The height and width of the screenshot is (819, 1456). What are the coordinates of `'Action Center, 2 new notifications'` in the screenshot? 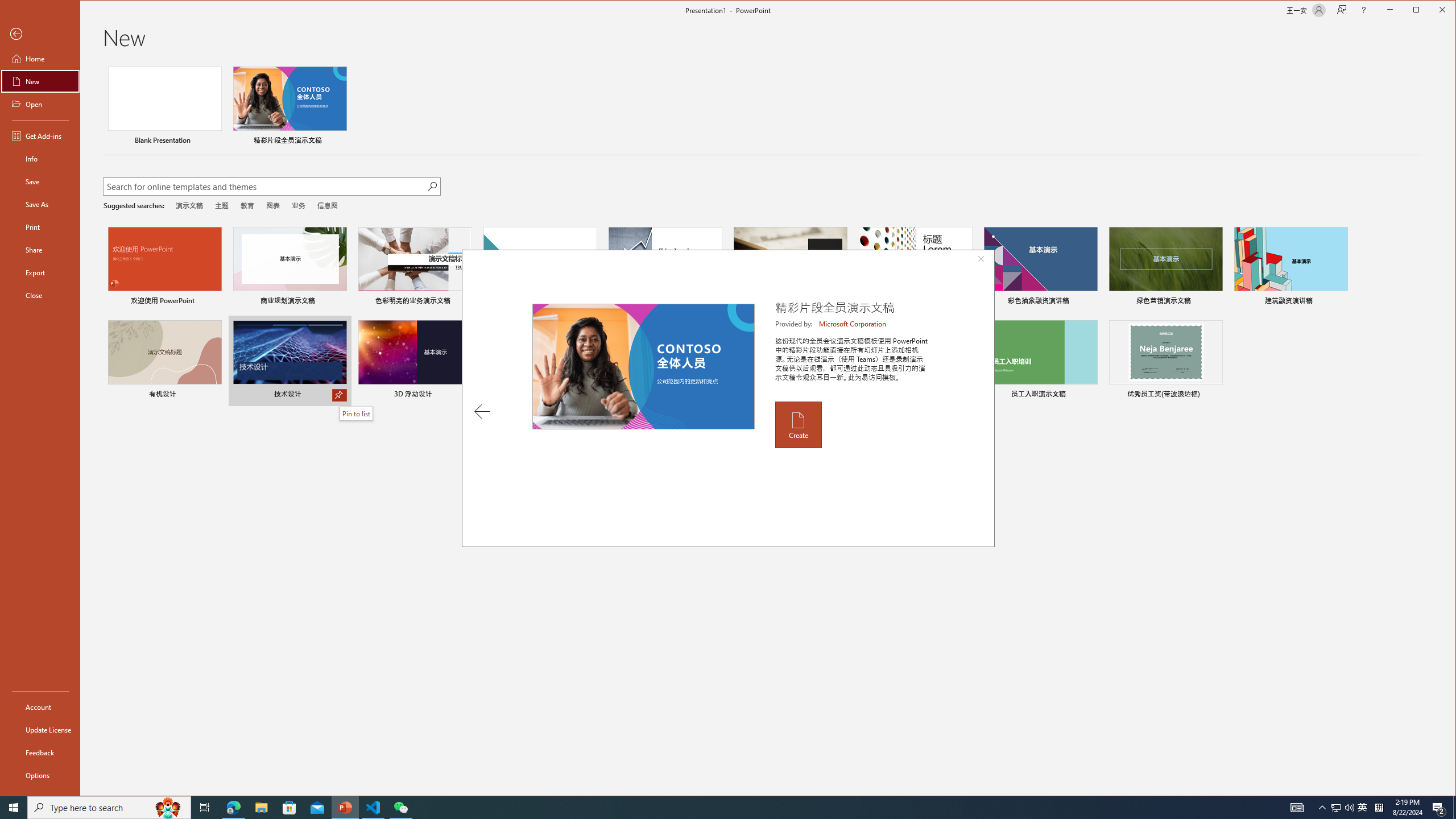 It's located at (1439, 806).